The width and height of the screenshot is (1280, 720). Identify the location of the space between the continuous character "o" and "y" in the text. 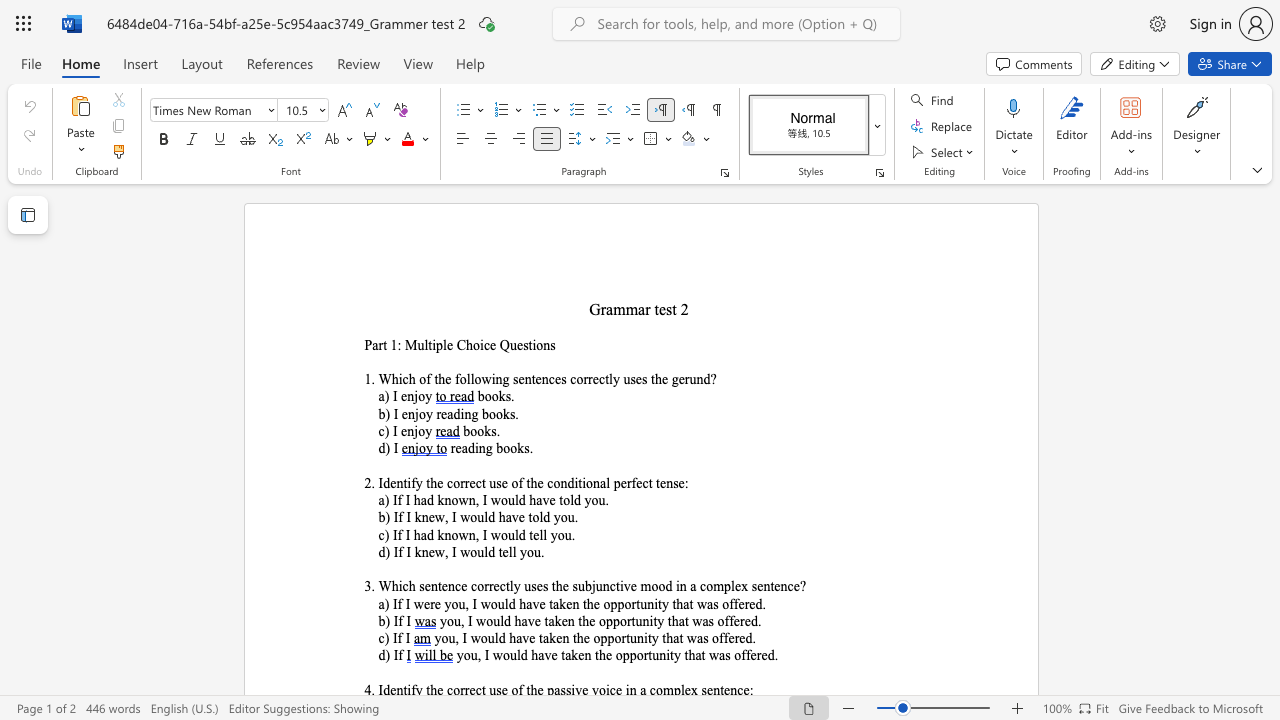
(424, 397).